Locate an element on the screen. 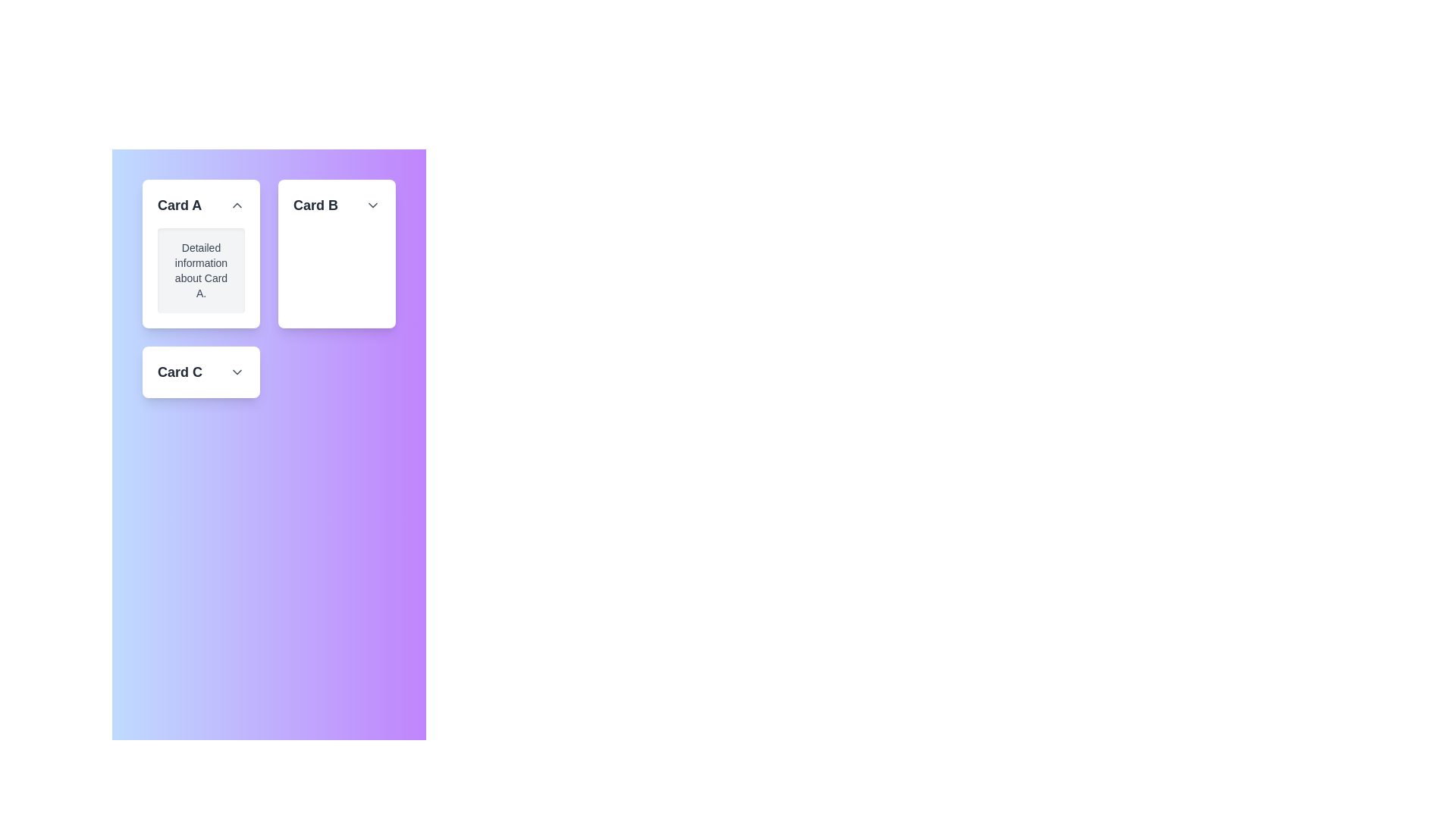  the Dropdown Icon located in the header of 'Card C' to activate any hover effects is located at coordinates (236, 372).